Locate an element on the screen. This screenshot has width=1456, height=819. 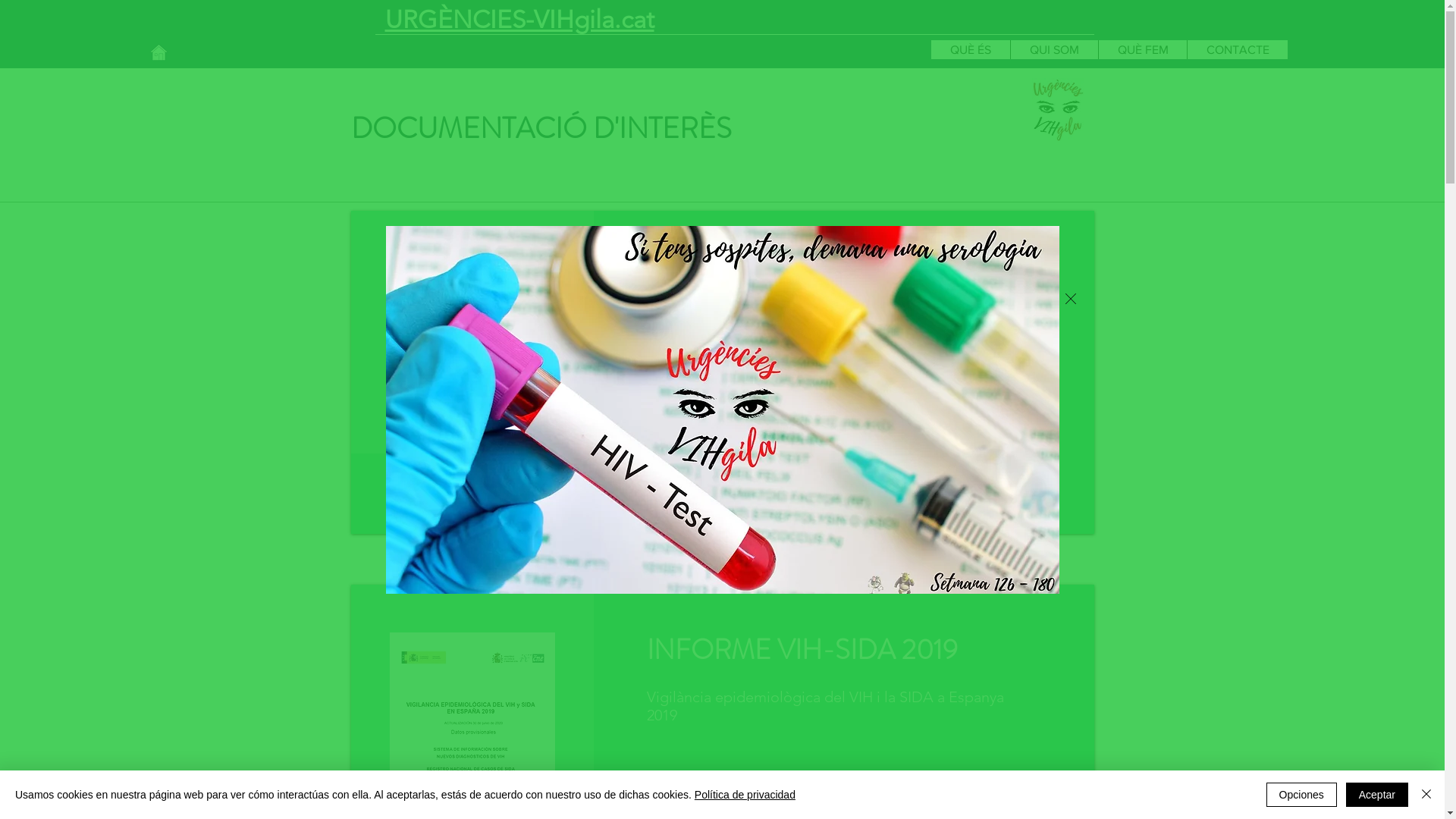
'Opciones' is located at coordinates (1301, 794).